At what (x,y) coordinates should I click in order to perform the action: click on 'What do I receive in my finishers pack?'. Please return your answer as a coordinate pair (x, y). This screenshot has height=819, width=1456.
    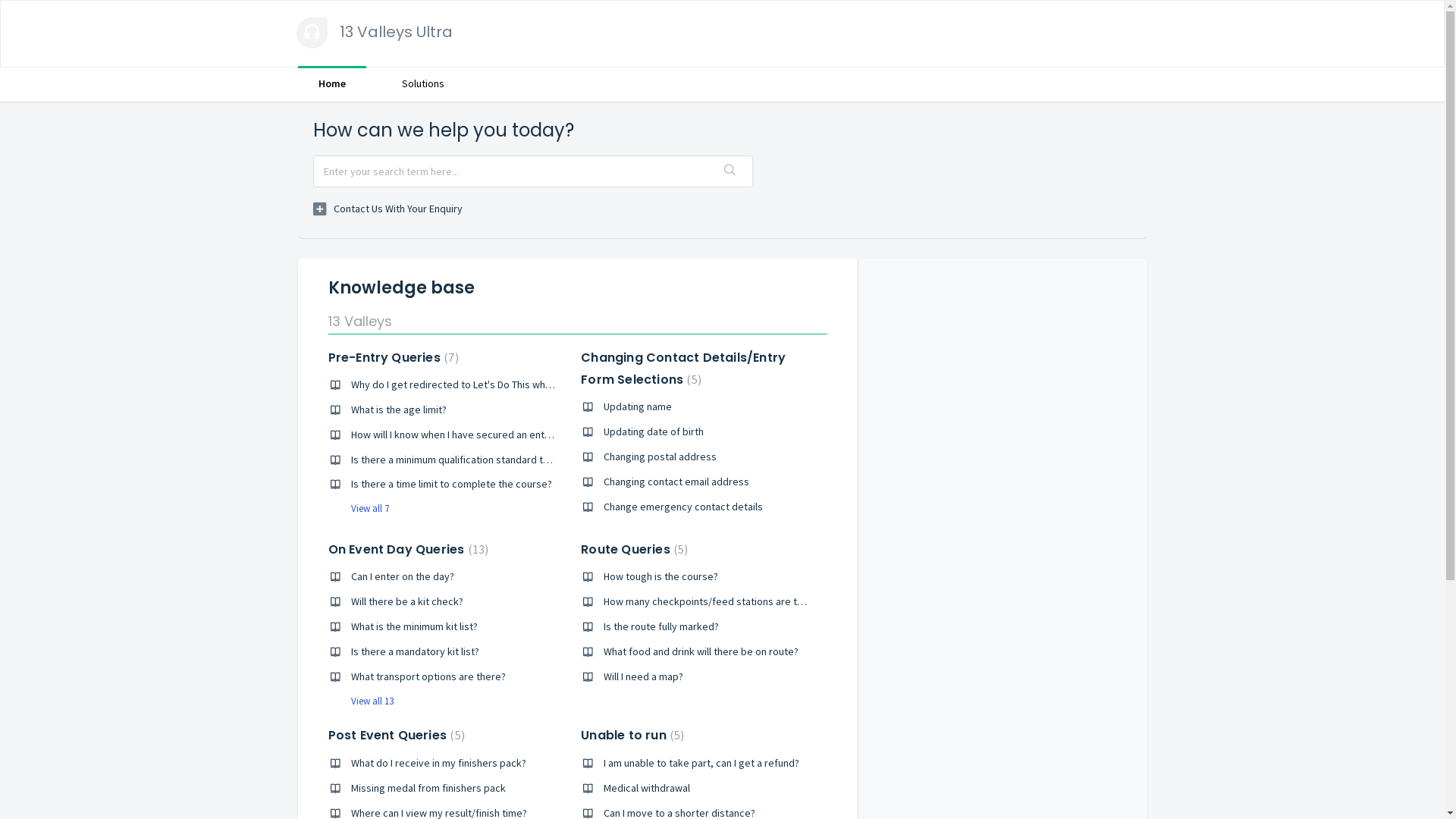
    Looking at the image, I should click on (437, 763).